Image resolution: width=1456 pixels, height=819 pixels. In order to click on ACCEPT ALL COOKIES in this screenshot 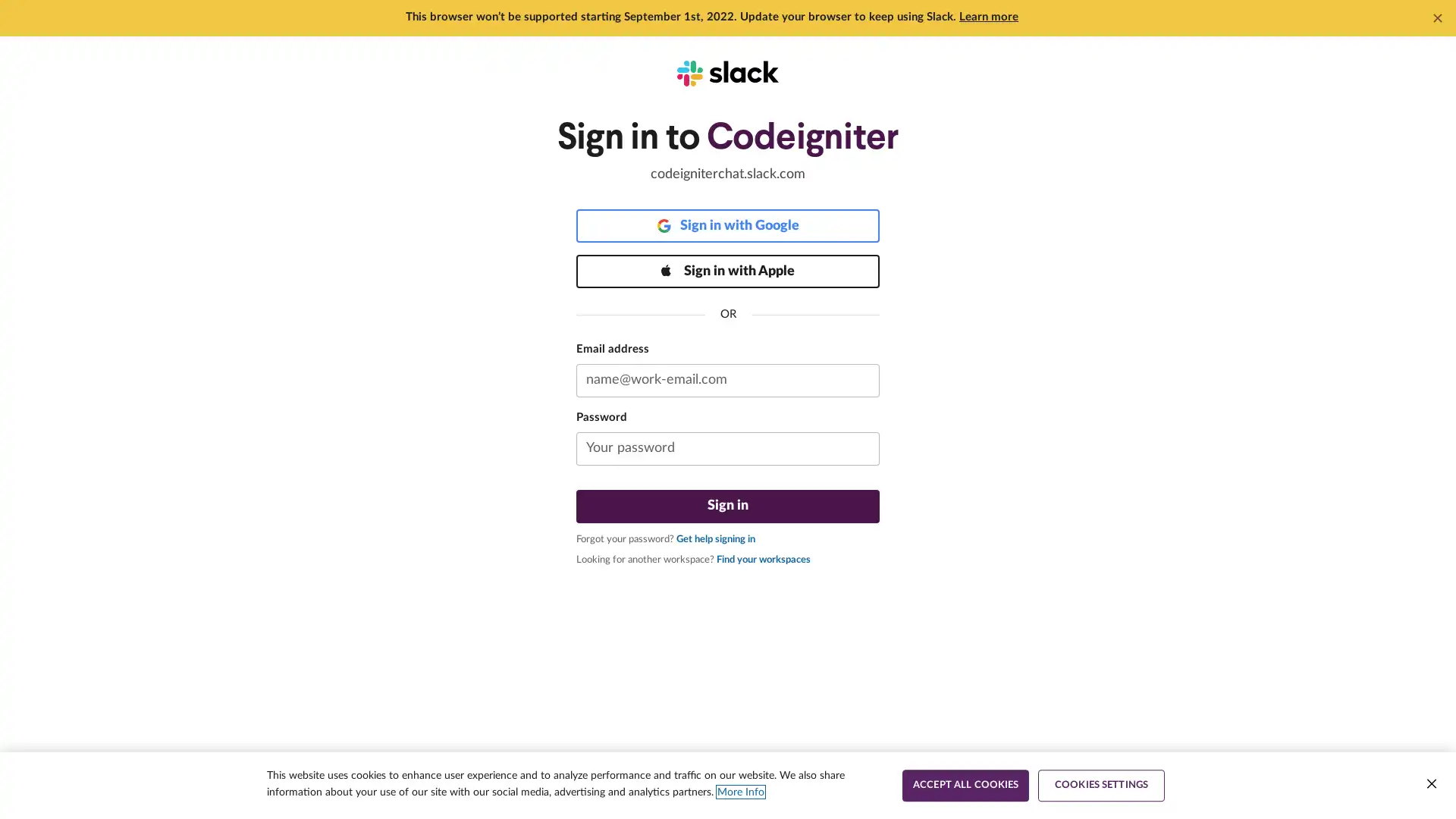, I will do `click(965, 785)`.